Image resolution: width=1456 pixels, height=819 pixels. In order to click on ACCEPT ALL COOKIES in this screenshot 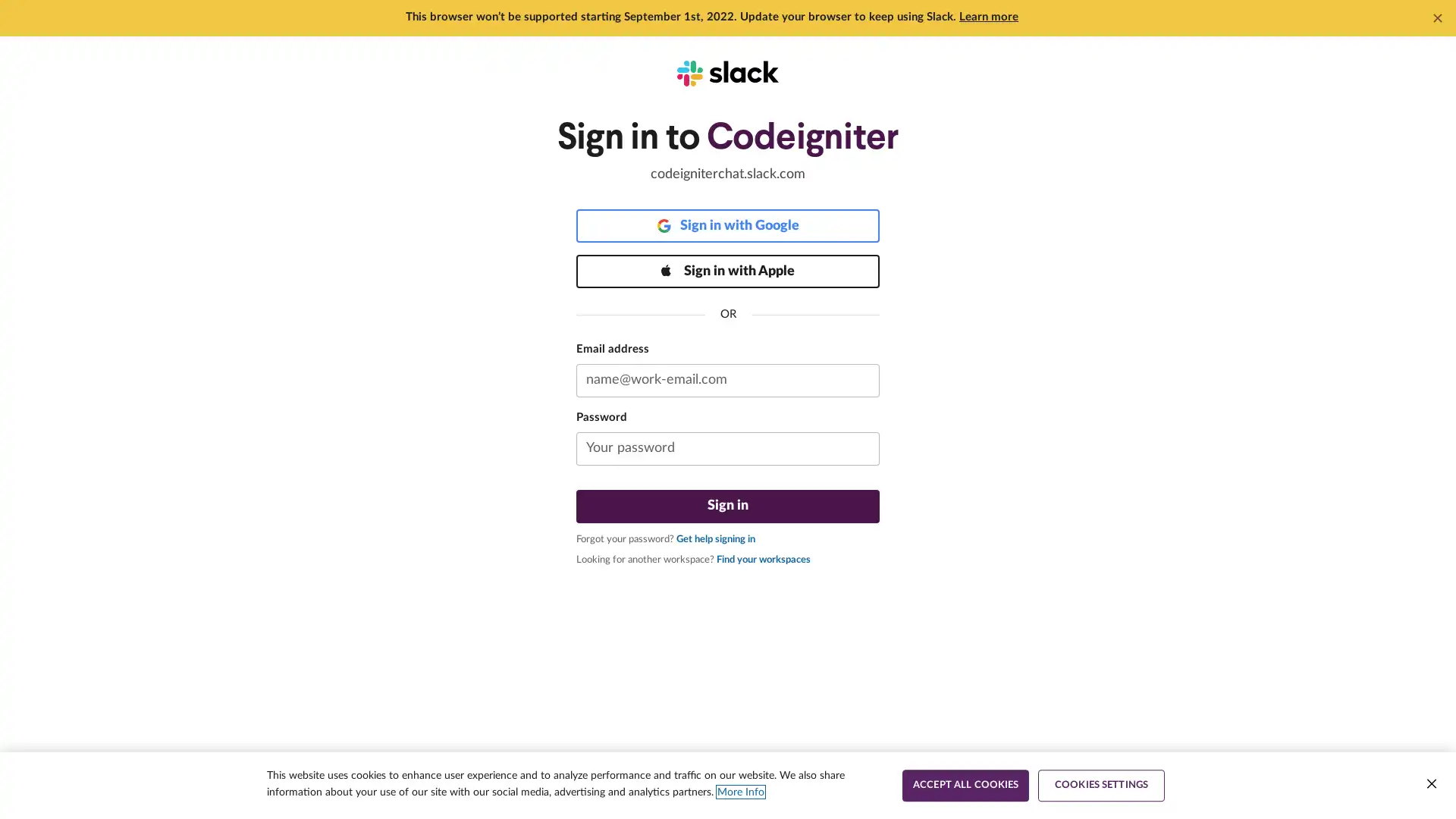, I will do `click(965, 785)`.